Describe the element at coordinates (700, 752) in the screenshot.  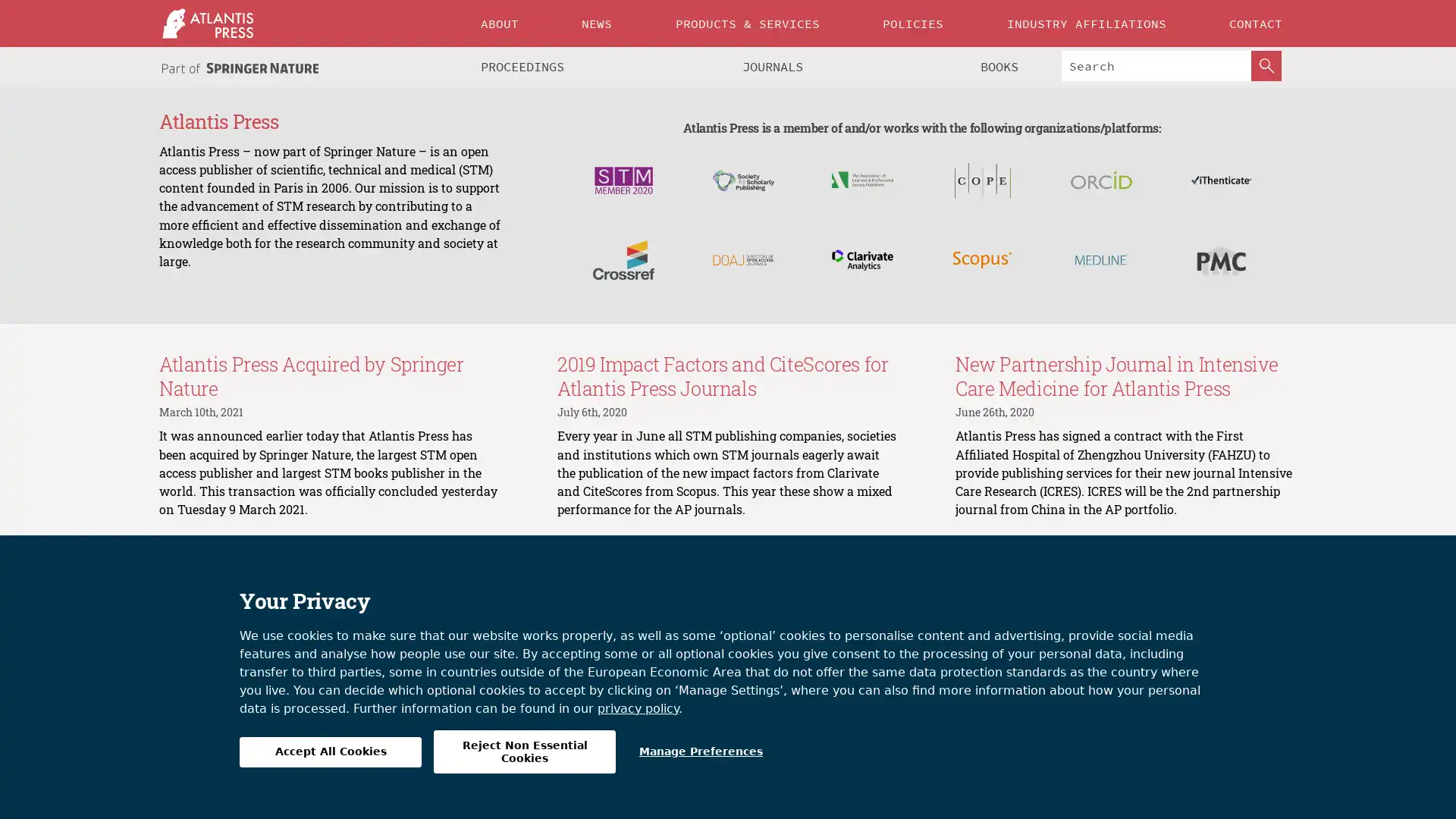
I see `Manage Preferences` at that location.